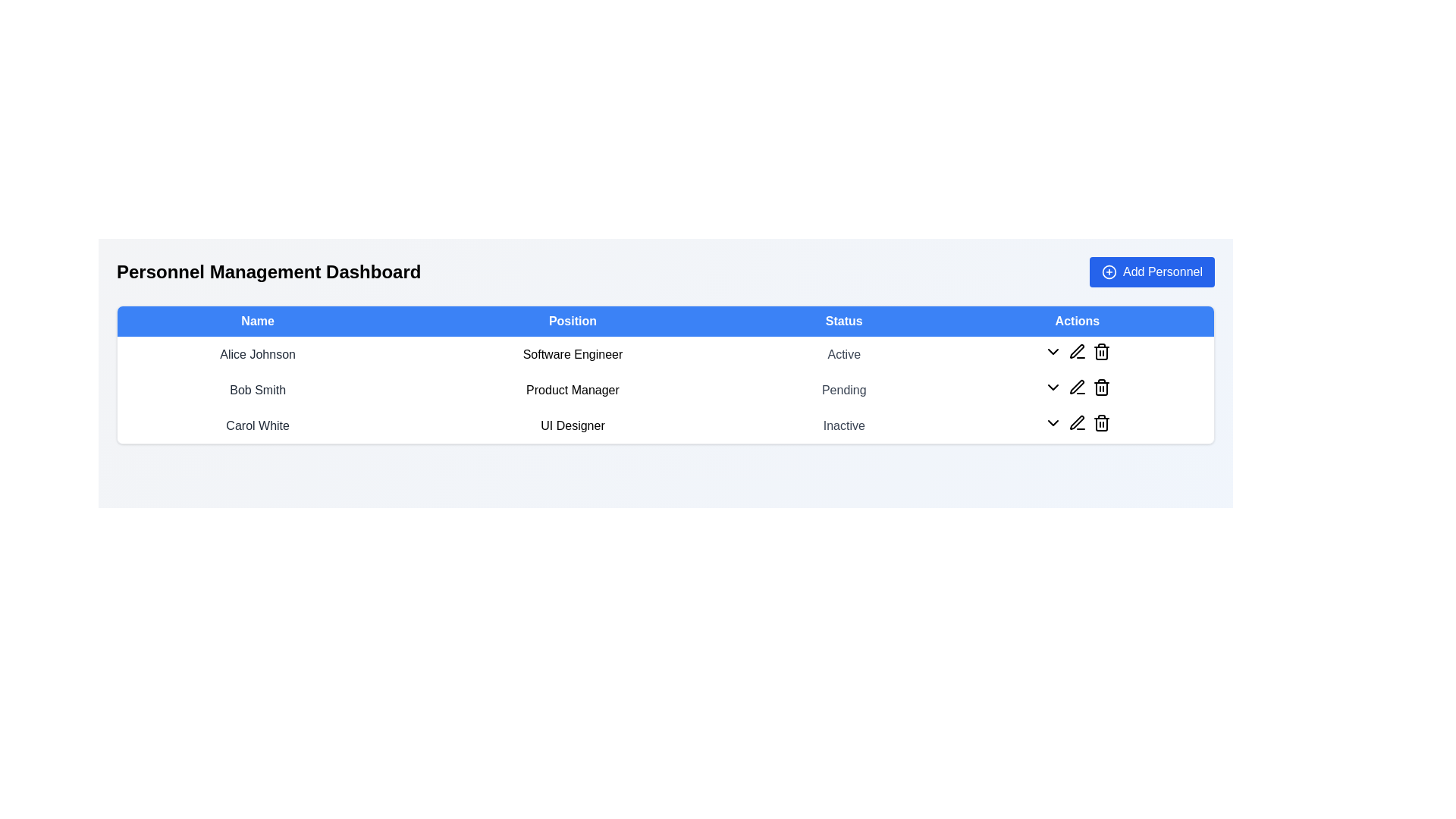 The width and height of the screenshot is (1456, 819). What do you see at coordinates (1076, 385) in the screenshot?
I see `the Edit button in the Actions column of the second row for the personnel entry associated with 'Bob Smith, Product Manager, Pending' to initiate the edit action` at bounding box center [1076, 385].